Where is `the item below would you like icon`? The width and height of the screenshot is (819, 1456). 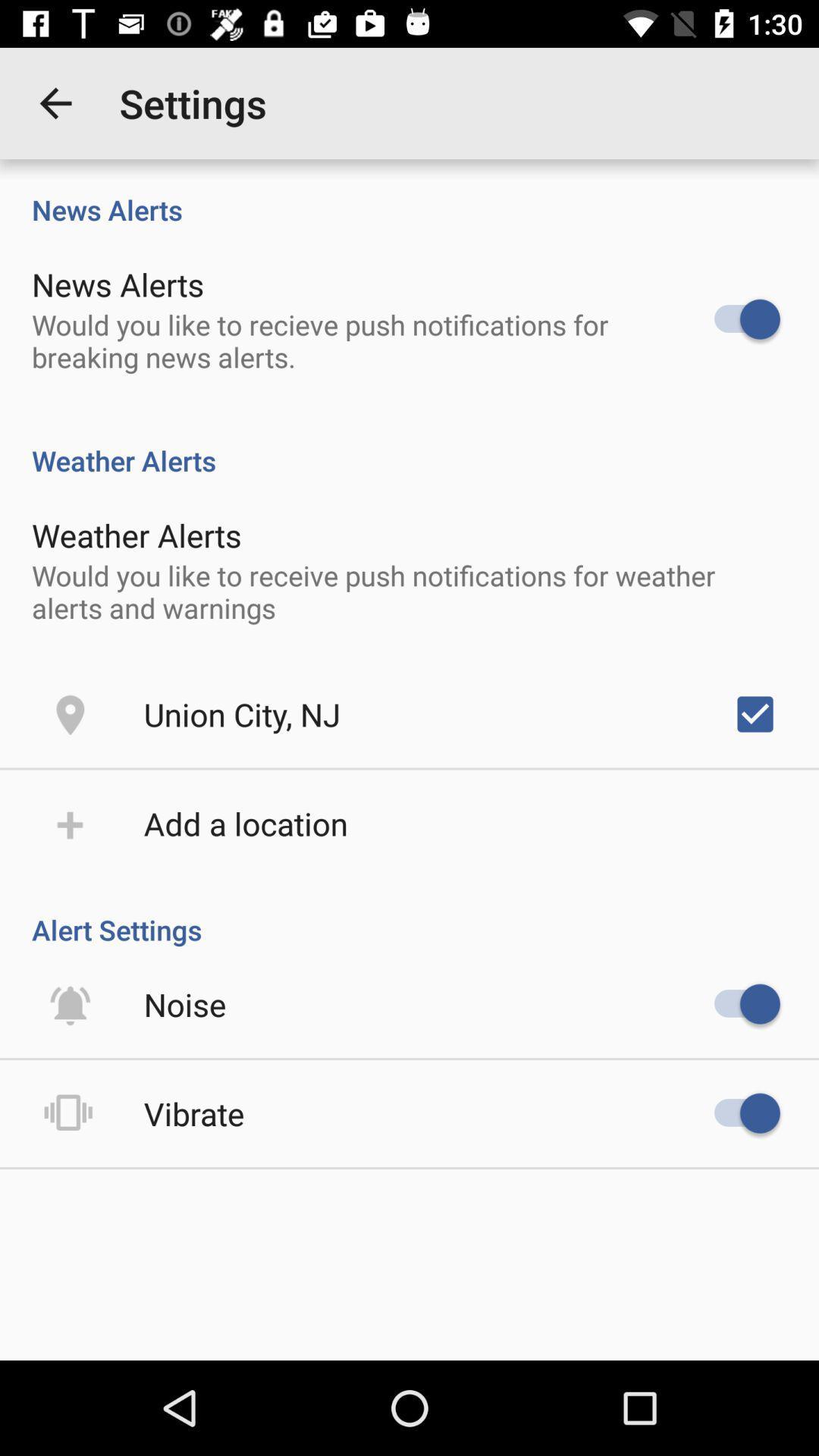
the item below would you like icon is located at coordinates (241, 713).